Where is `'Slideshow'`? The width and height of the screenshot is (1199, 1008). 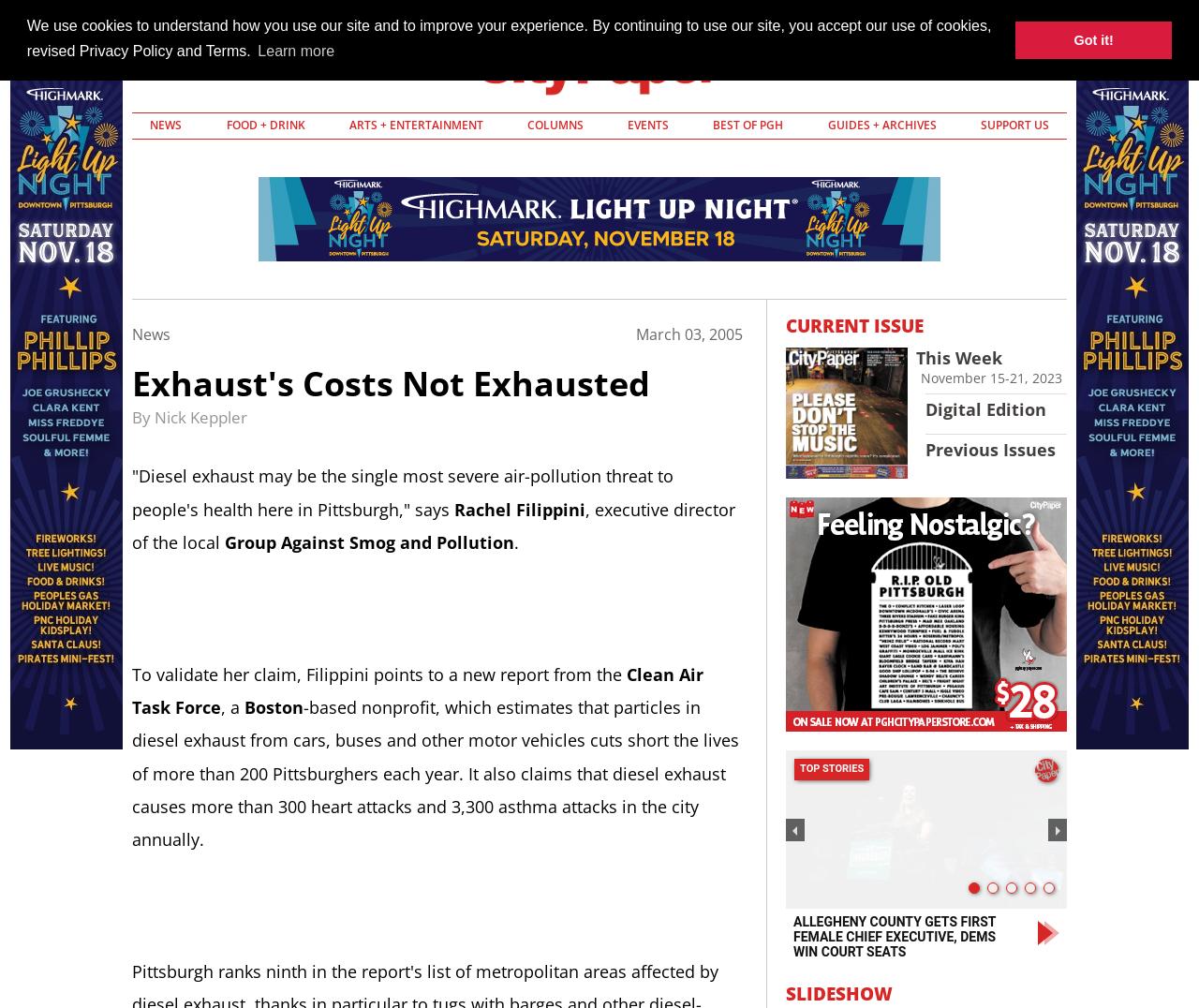
'Slideshow' is located at coordinates (838, 993).